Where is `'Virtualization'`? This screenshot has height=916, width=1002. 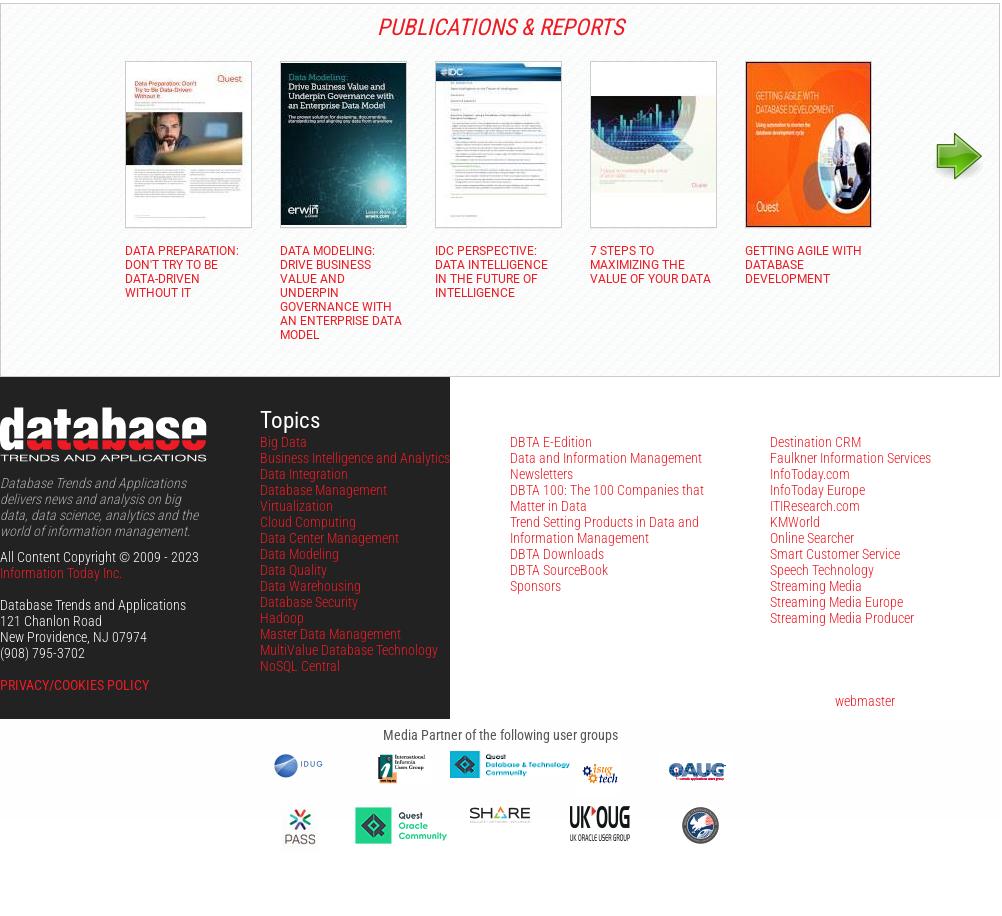
'Virtualization' is located at coordinates (295, 505).